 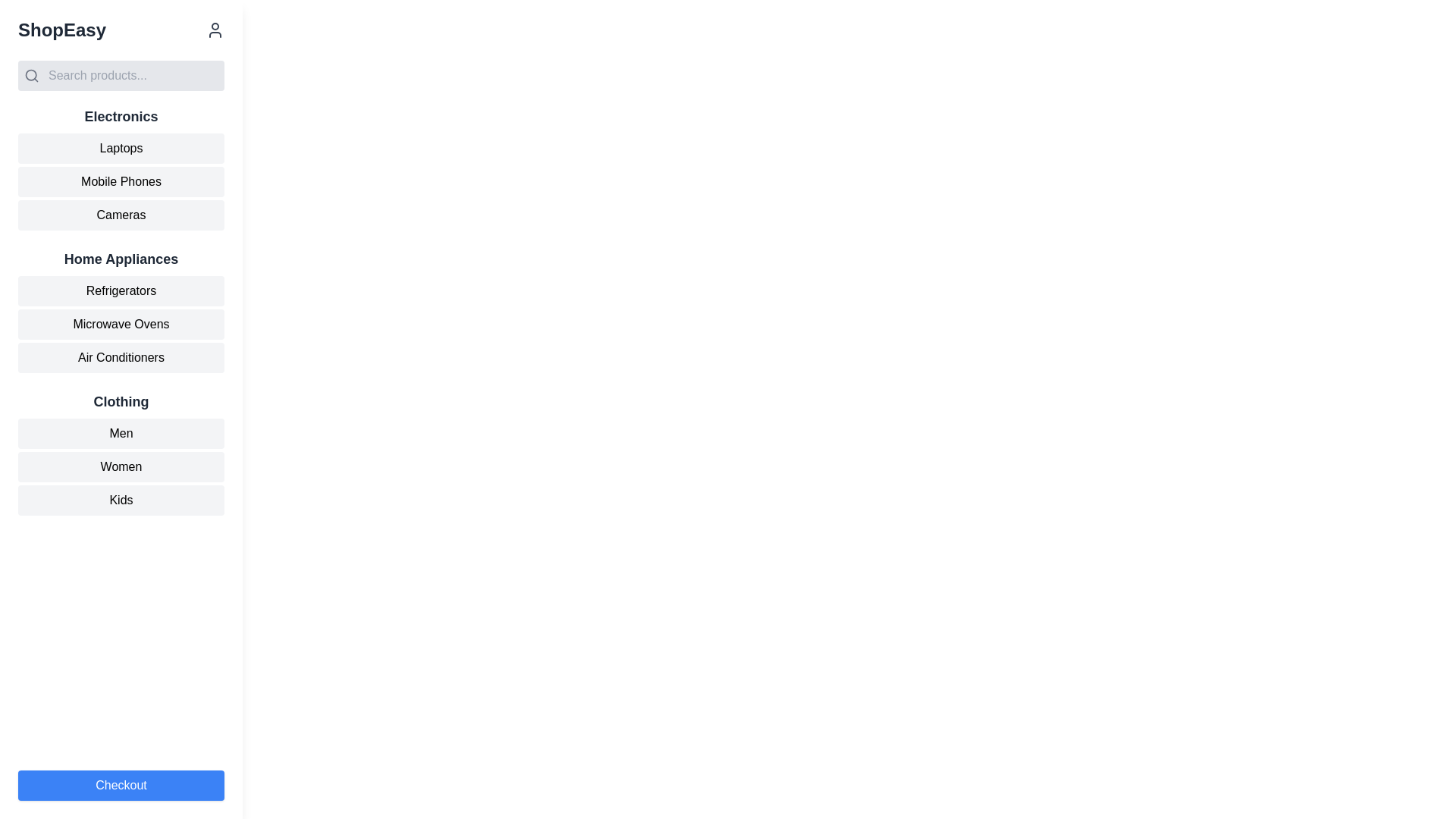 What do you see at coordinates (120, 785) in the screenshot?
I see `the button with a blue background and white text located at the bottom of the vertically stacked menu layout for accessibility navigation` at bounding box center [120, 785].